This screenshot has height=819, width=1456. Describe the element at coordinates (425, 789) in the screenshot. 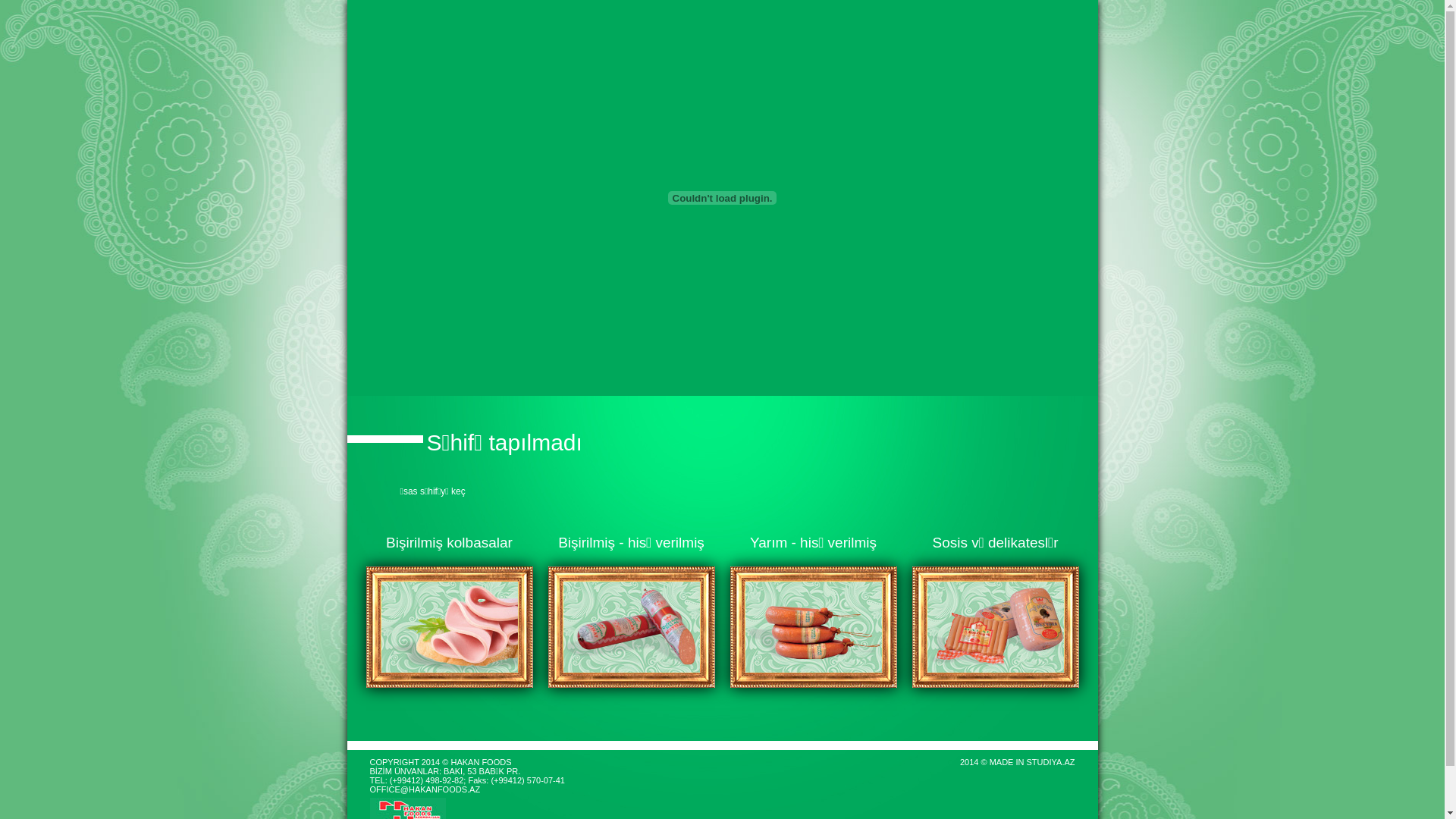

I see `'OFFICE@HAKANFOODS.AZ'` at that location.